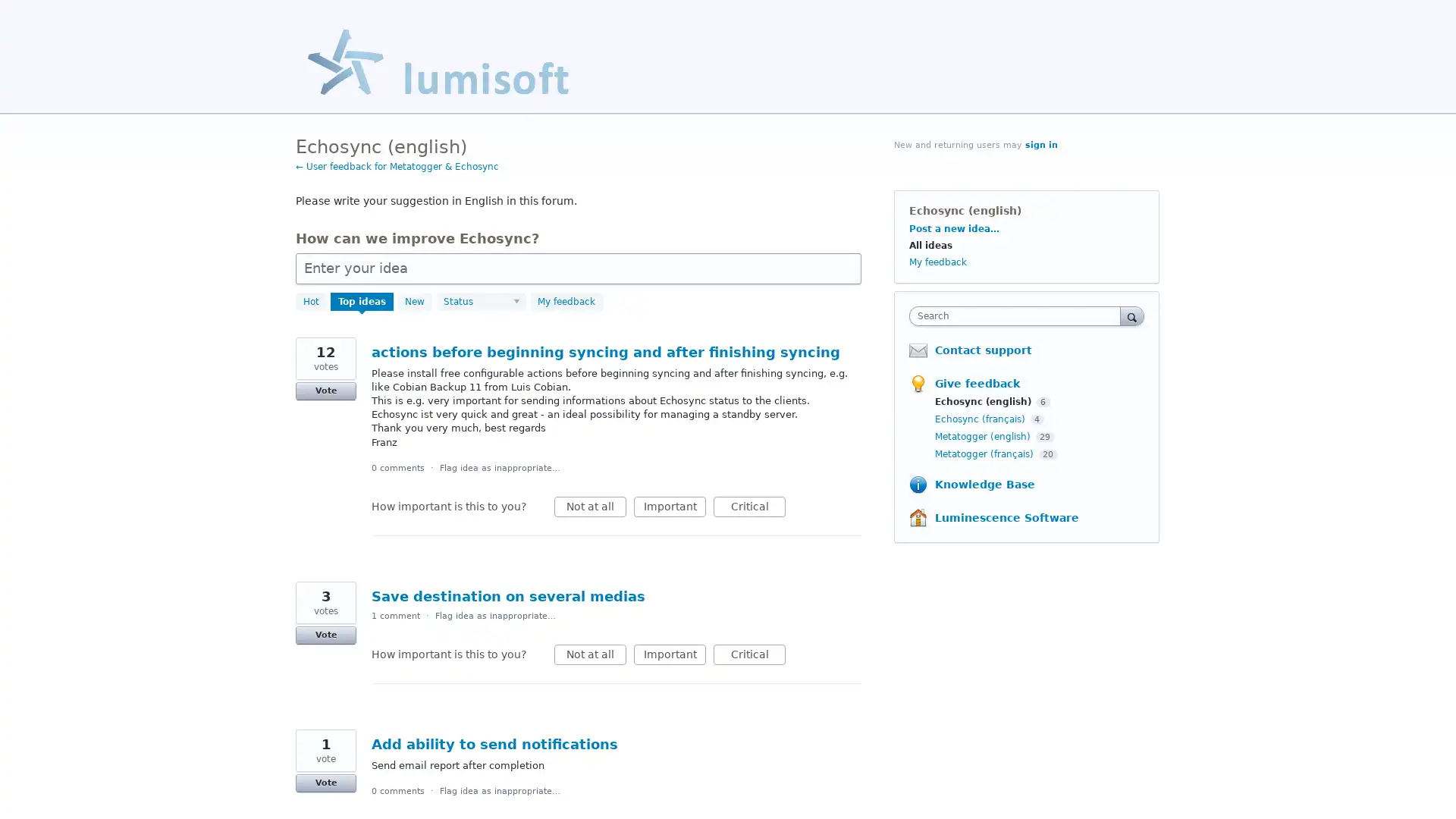 This screenshot has width=1456, height=819. Describe the element at coordinates (325, 783) in the screenshot. I see `Vote` at that location.